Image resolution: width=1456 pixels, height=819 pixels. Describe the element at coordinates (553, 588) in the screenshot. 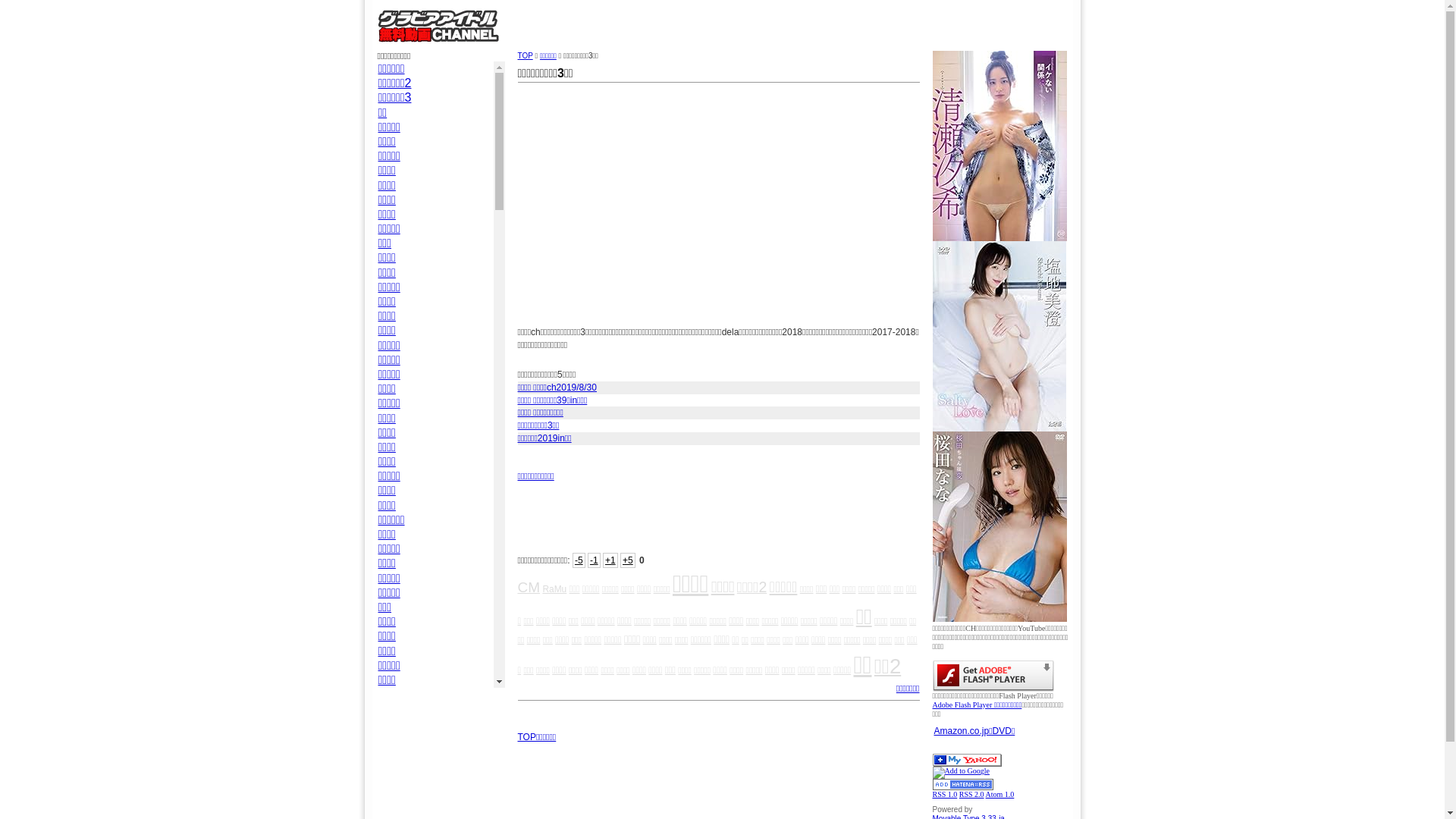

I see `'RaMu'` at that location.